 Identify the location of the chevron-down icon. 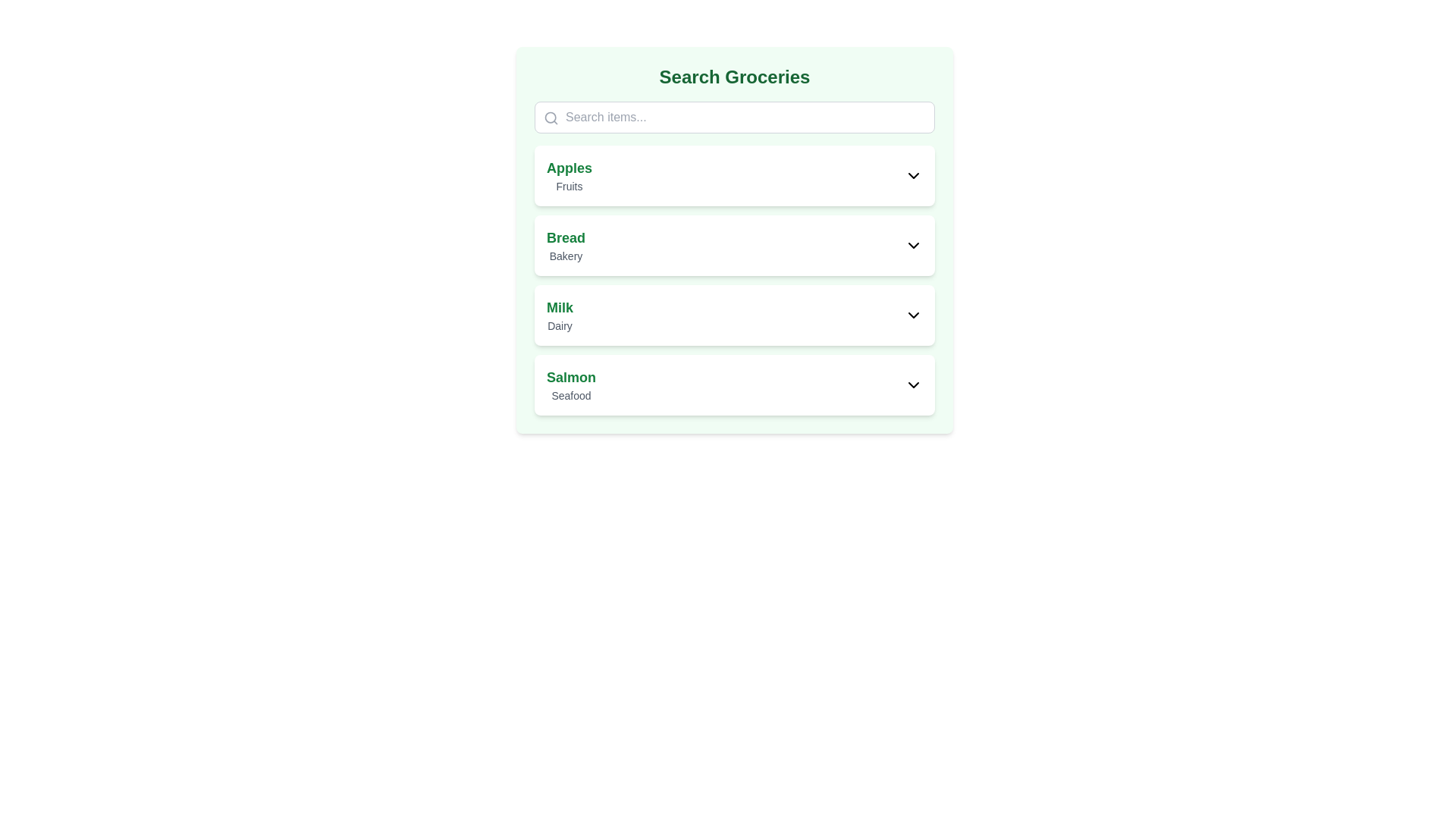
(912, 315).